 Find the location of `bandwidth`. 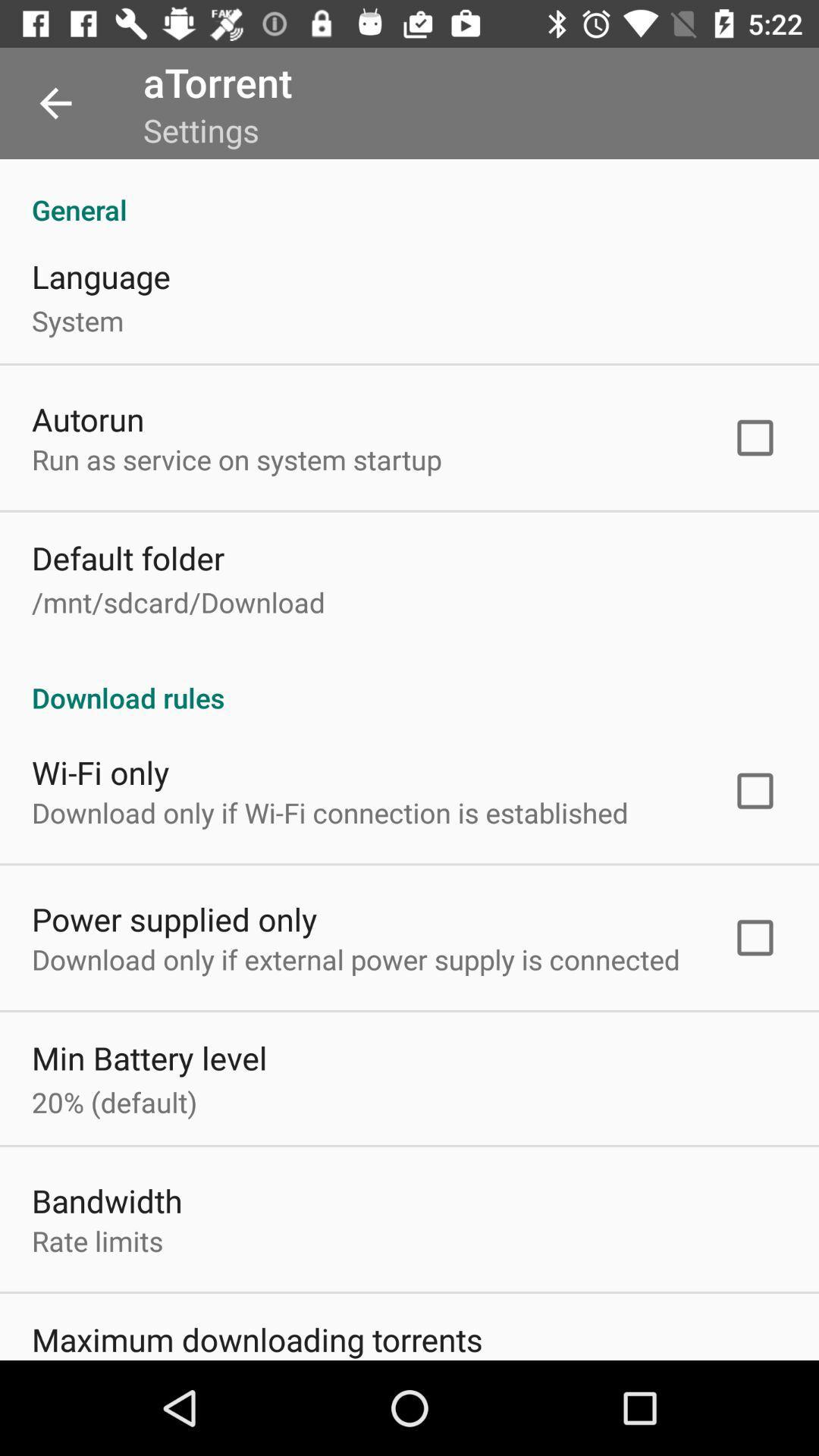

bandwidth is located at coordinates (106, 1200).